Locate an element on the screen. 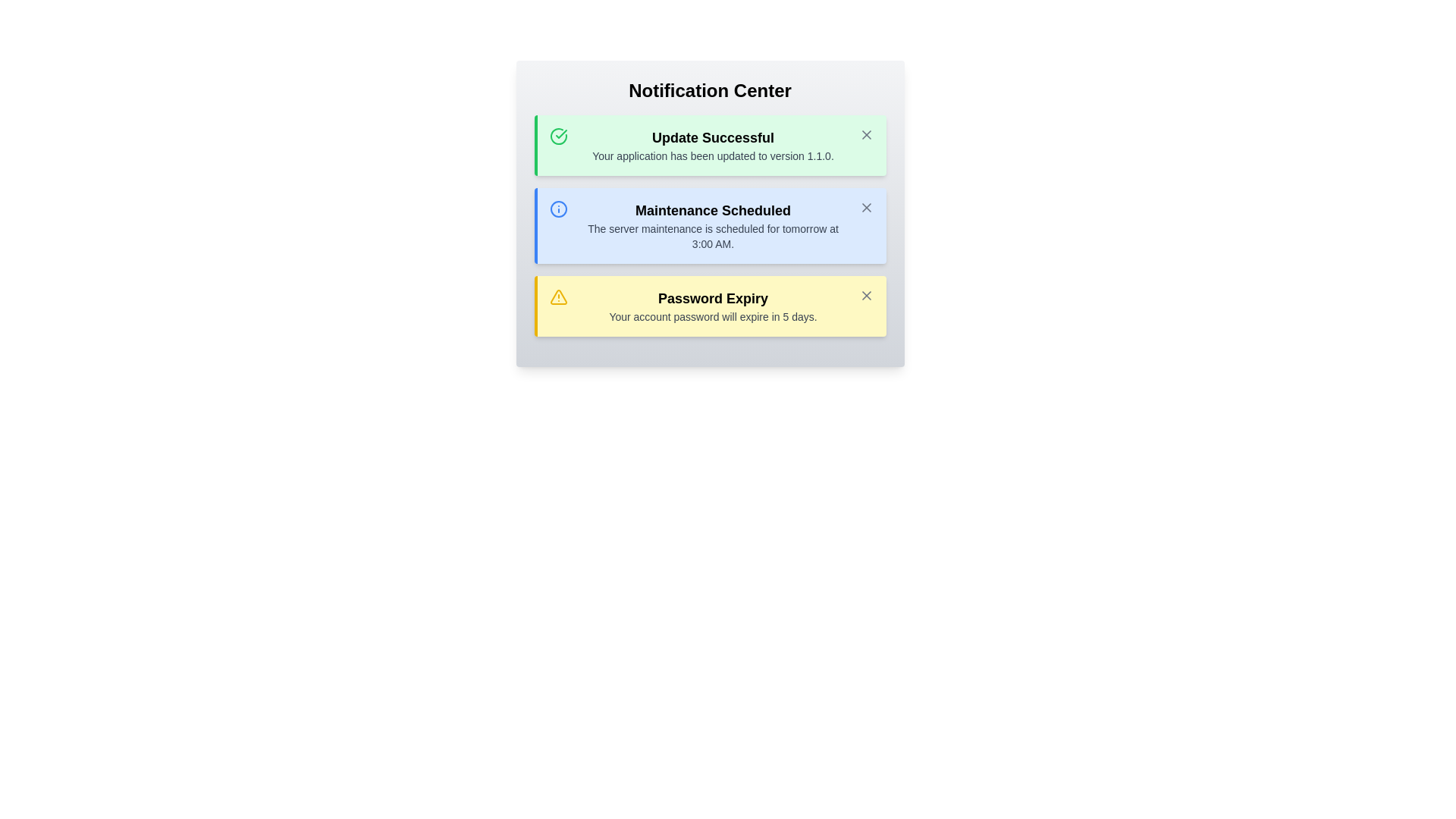 The width and height of the screenshot is (1456, 819). the header labeled 'Notification Center', which is displayed in a bold and large font at the top of its card-like structure is located at coordinates (709, 90).